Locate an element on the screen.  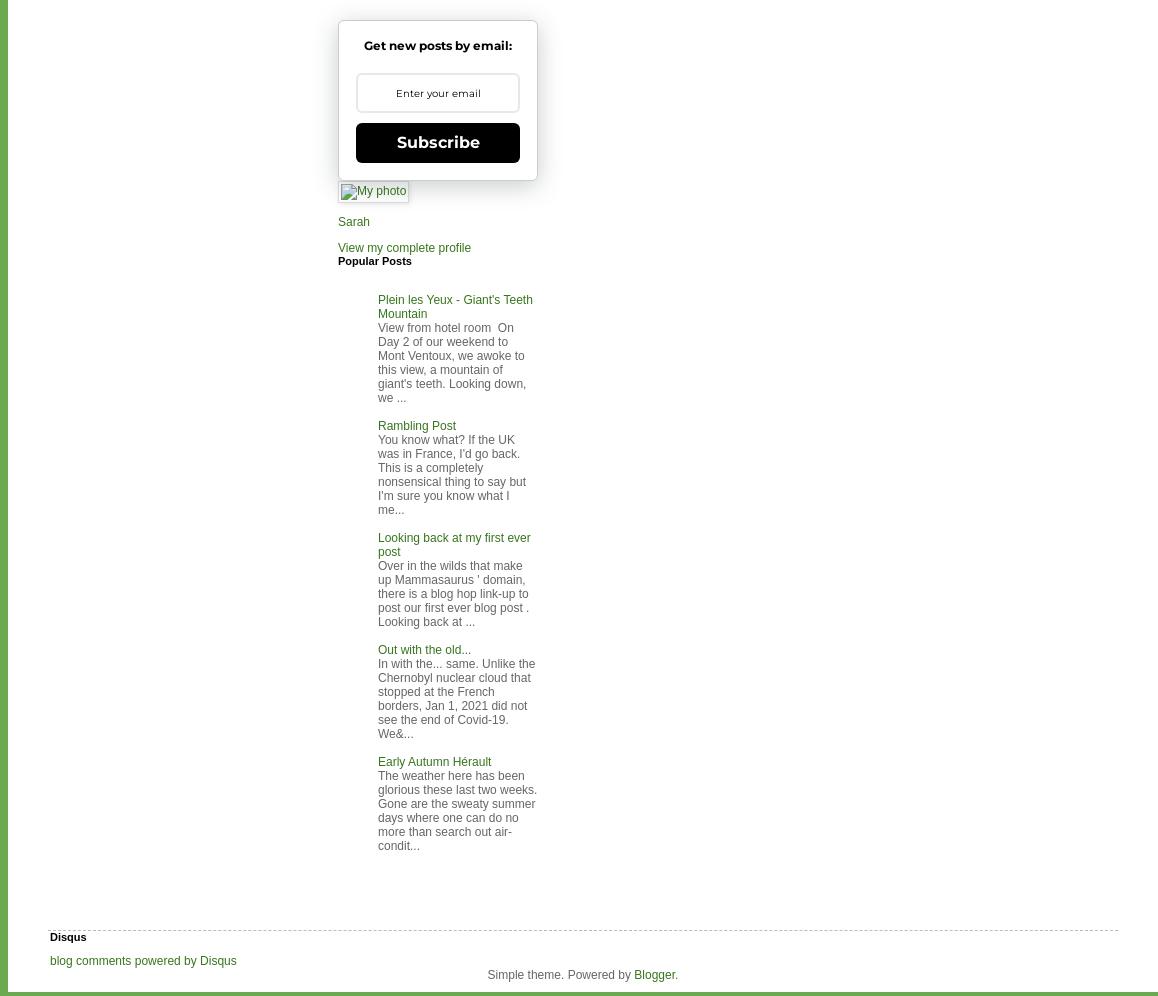
'blog comments powered by' is located at coordinates (123, 960).